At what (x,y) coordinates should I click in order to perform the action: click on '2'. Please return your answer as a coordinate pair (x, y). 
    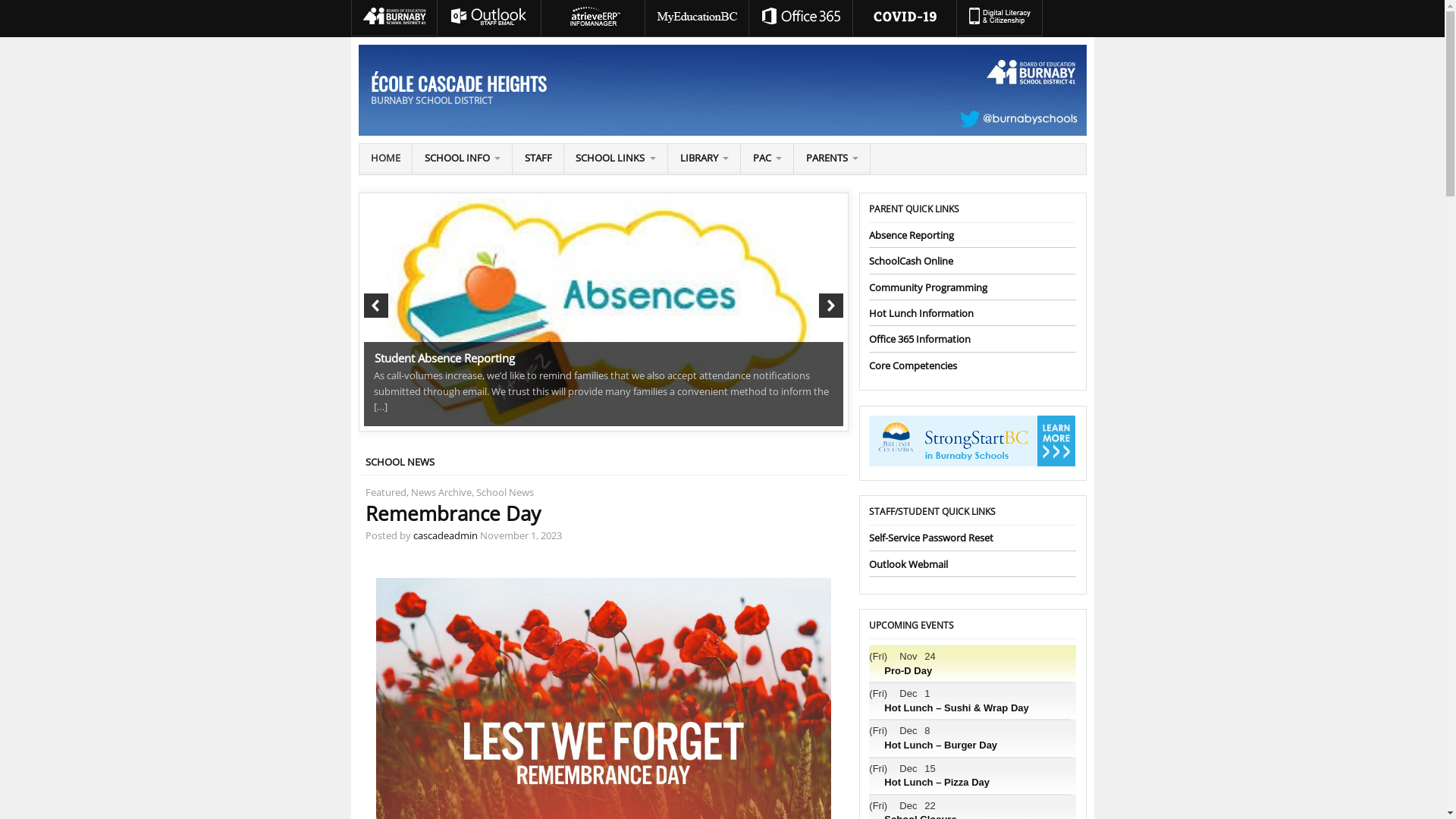
    Looking at the image, I should click on (388, 213).